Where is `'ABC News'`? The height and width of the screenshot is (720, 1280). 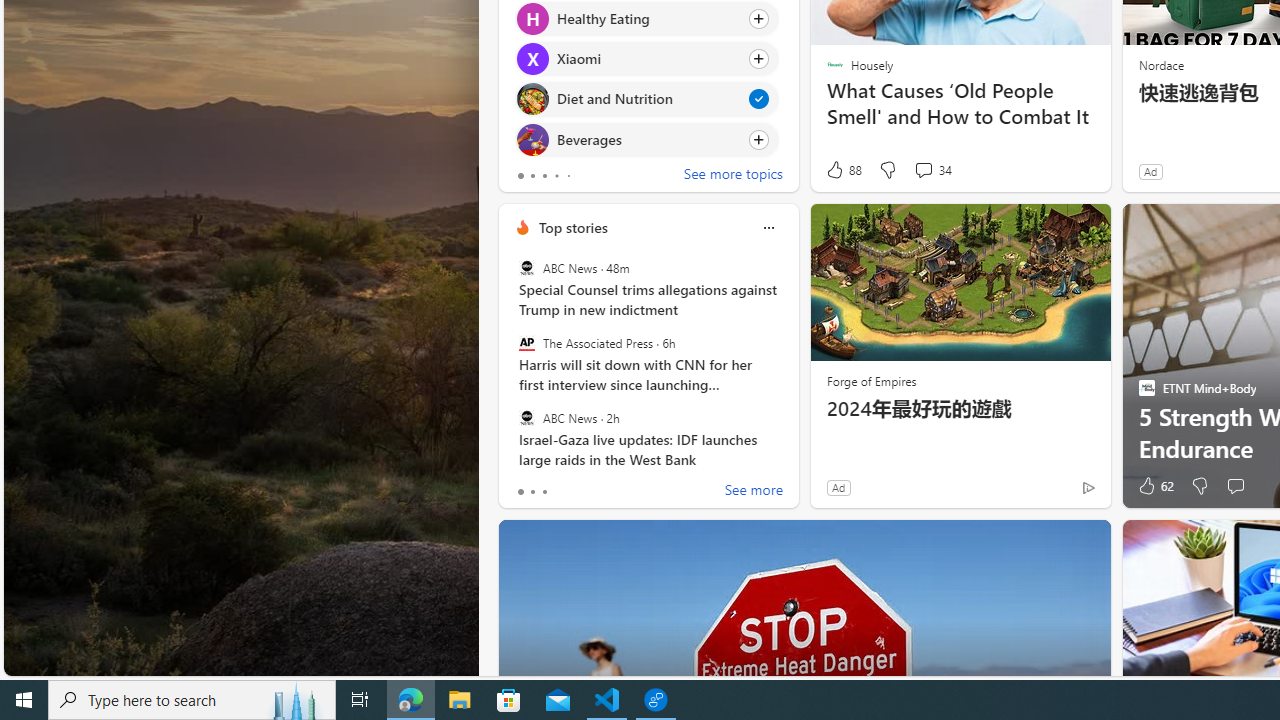
'ABC News' is located at coordinates (526, 416).